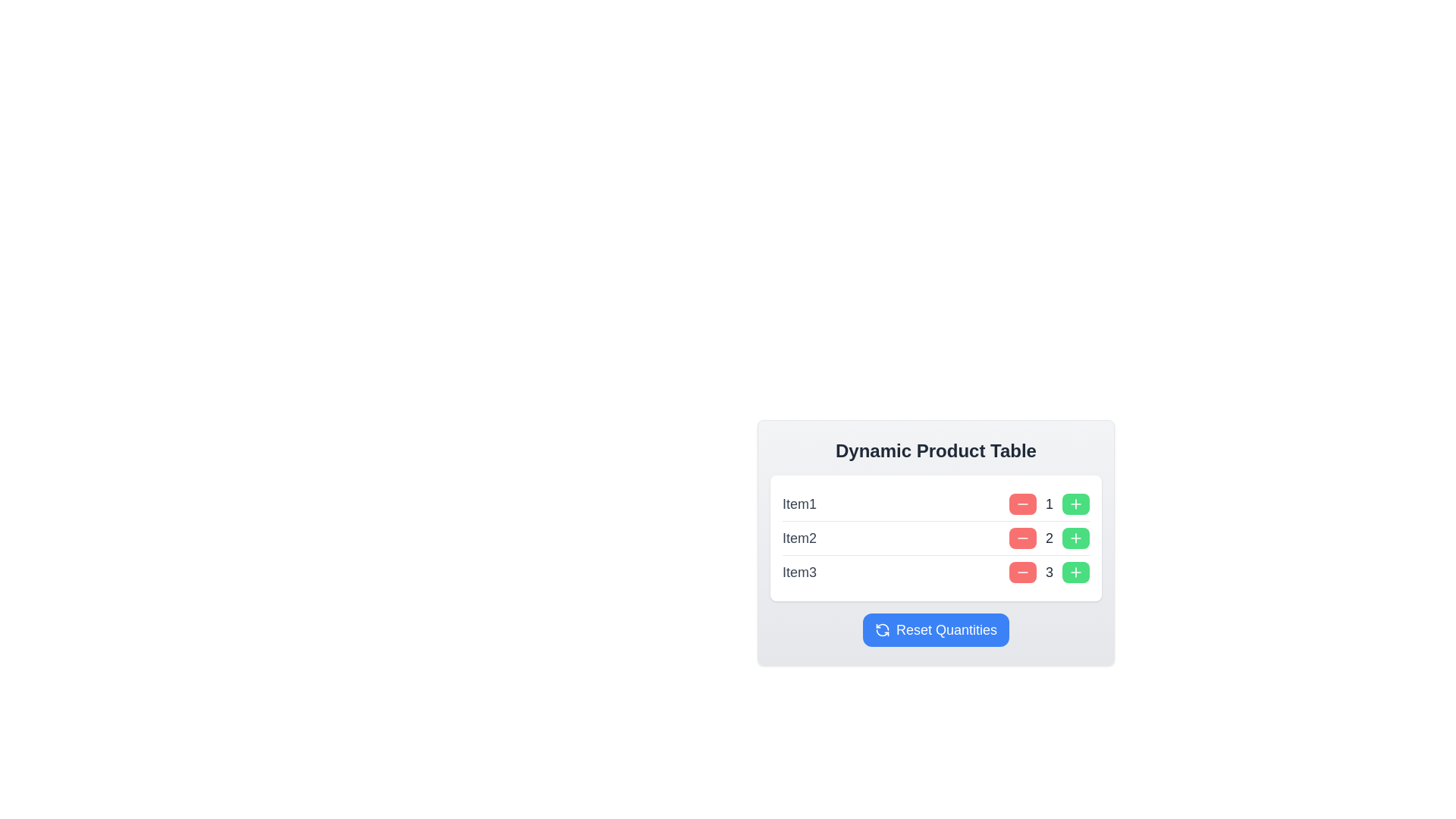  I want to click on the decrement button for the quantity in the third row of the product table, so click(1022, 573).